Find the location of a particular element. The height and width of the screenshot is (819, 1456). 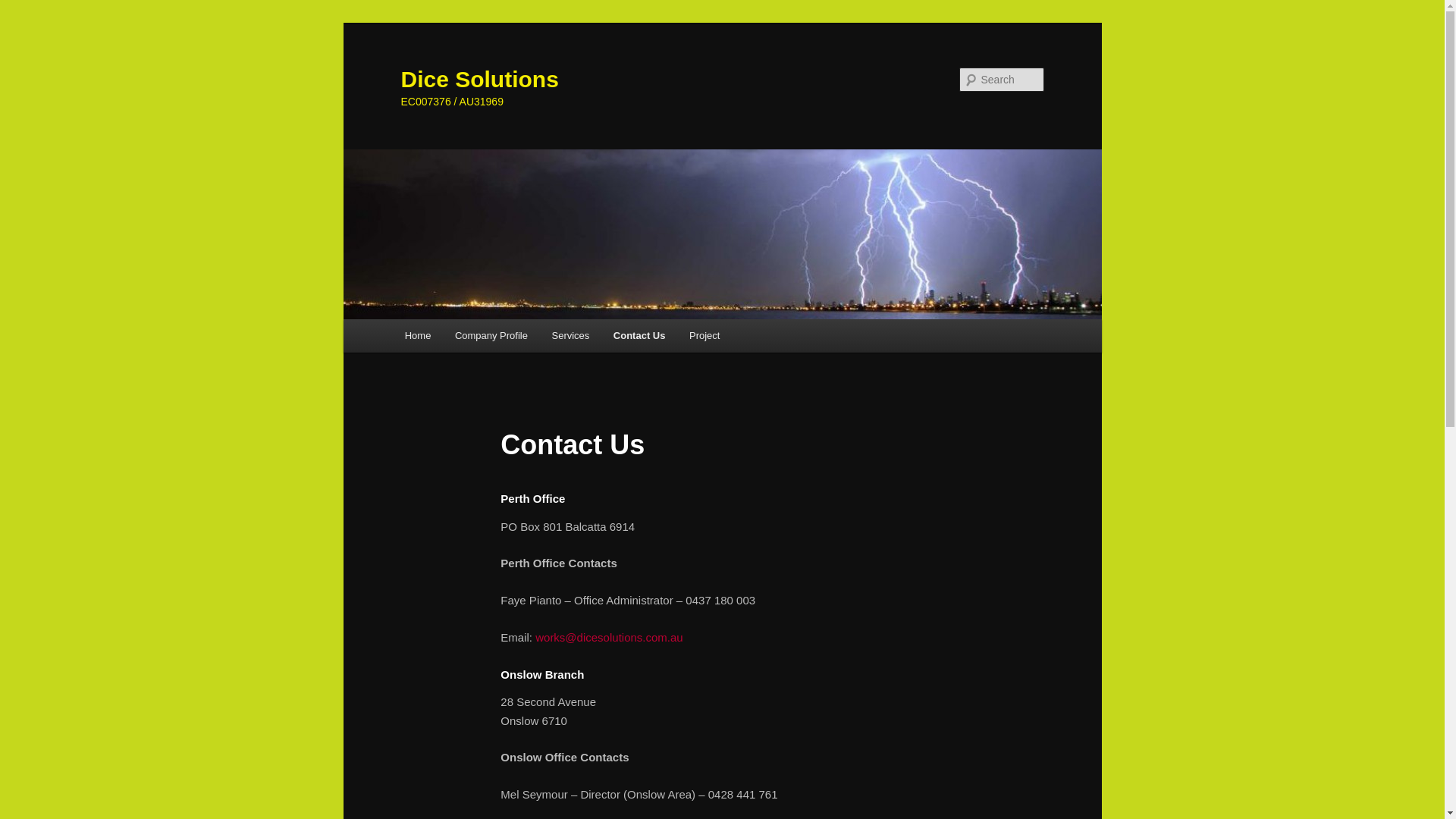

'Company Profile' is located at coordinates (491, 334).